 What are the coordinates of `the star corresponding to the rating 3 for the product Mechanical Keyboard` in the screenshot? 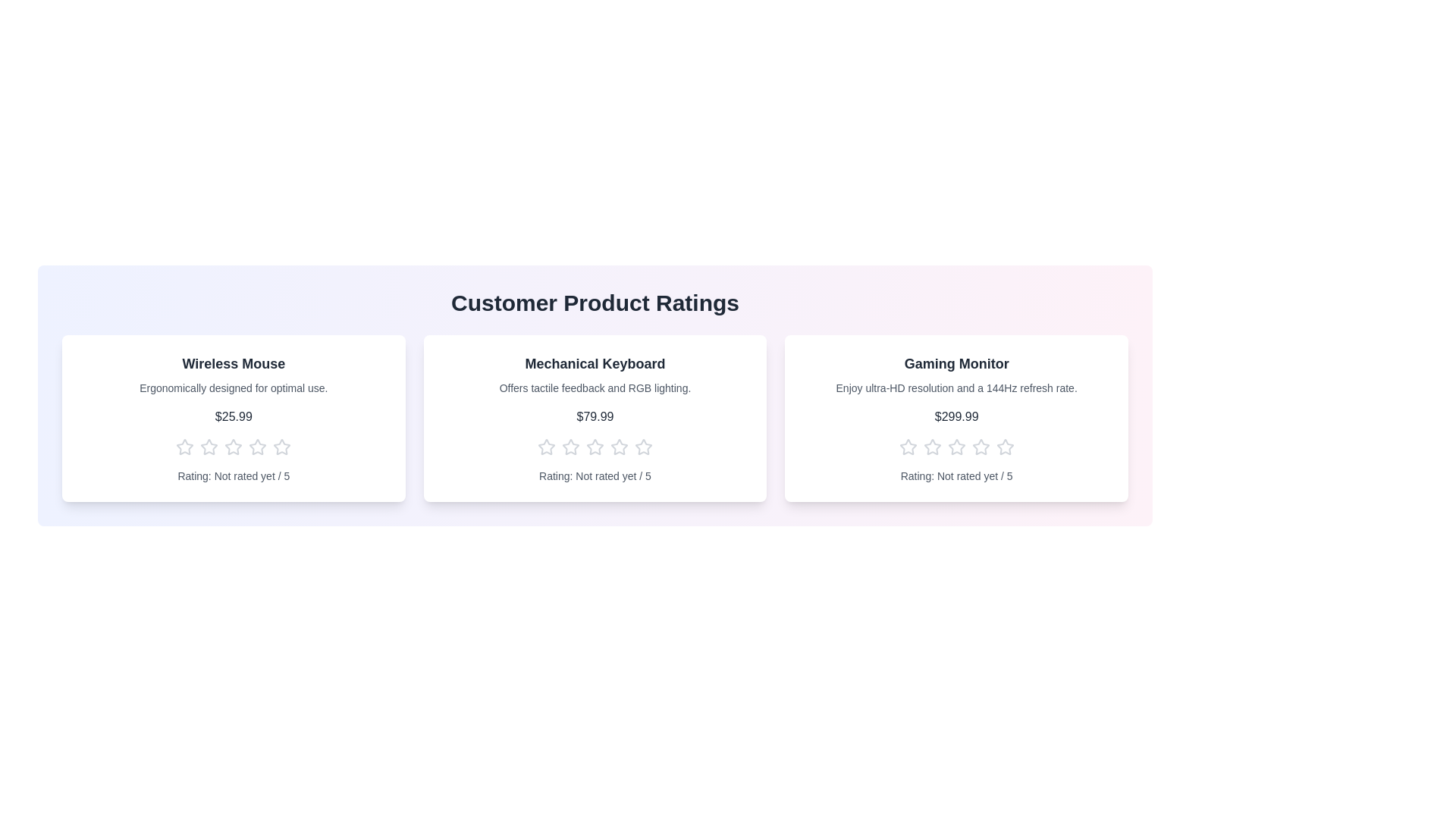 It's located at (593, 447).